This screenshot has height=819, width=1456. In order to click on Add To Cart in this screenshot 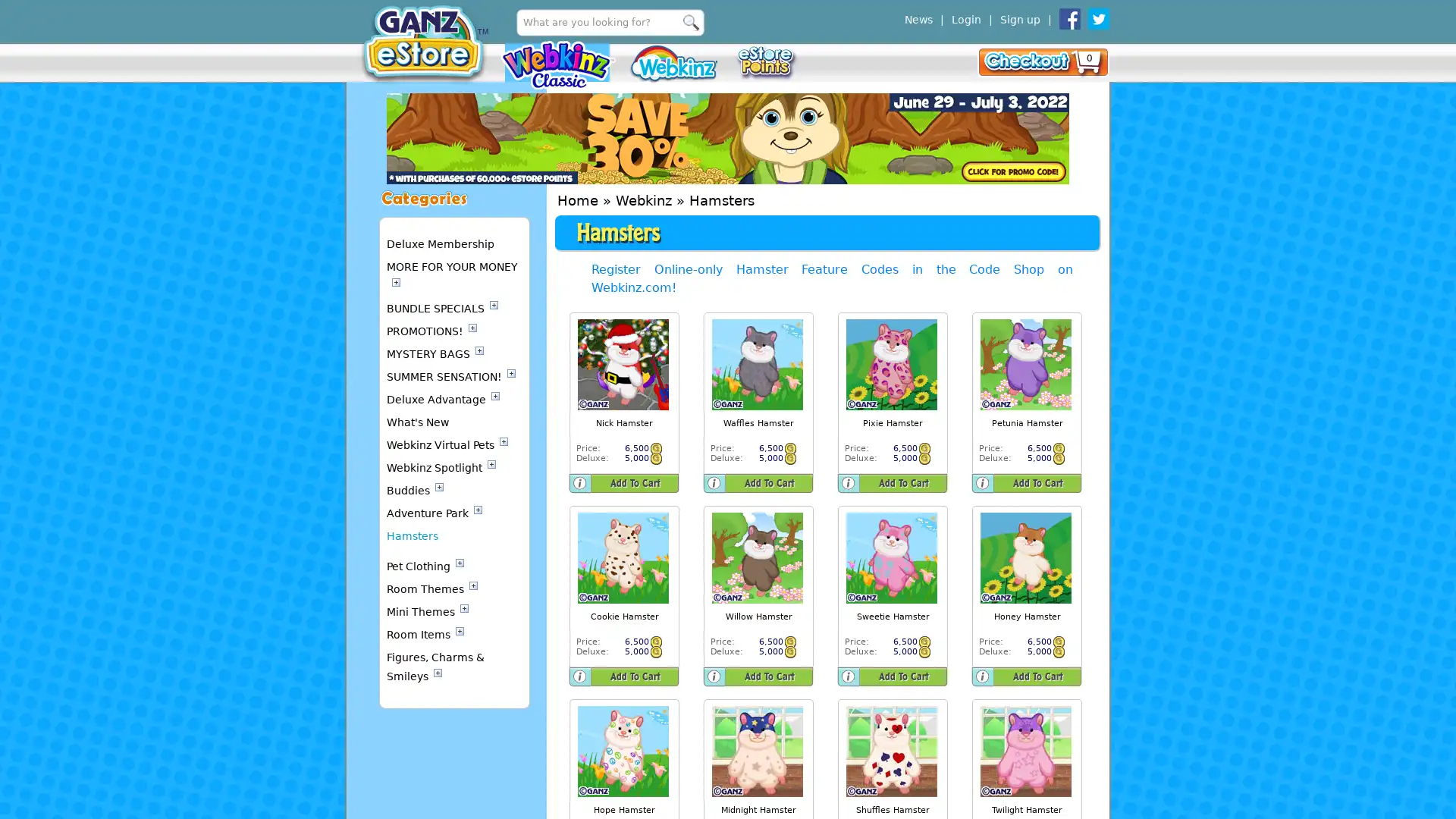, I will do `click(769, 482)`.